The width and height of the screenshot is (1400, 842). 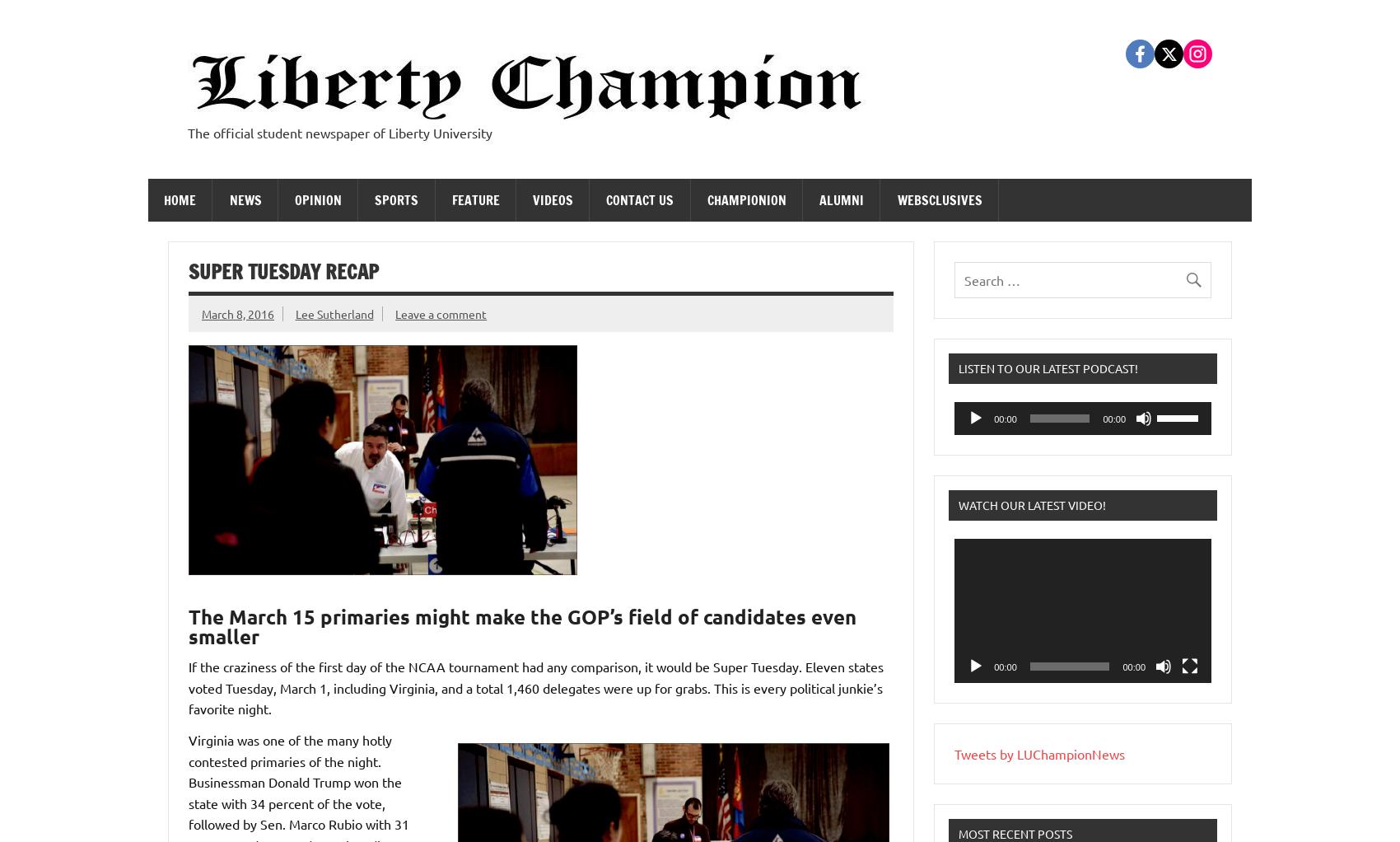 I want to click on 'Most Recent Posts', so click(x=957, y=833).